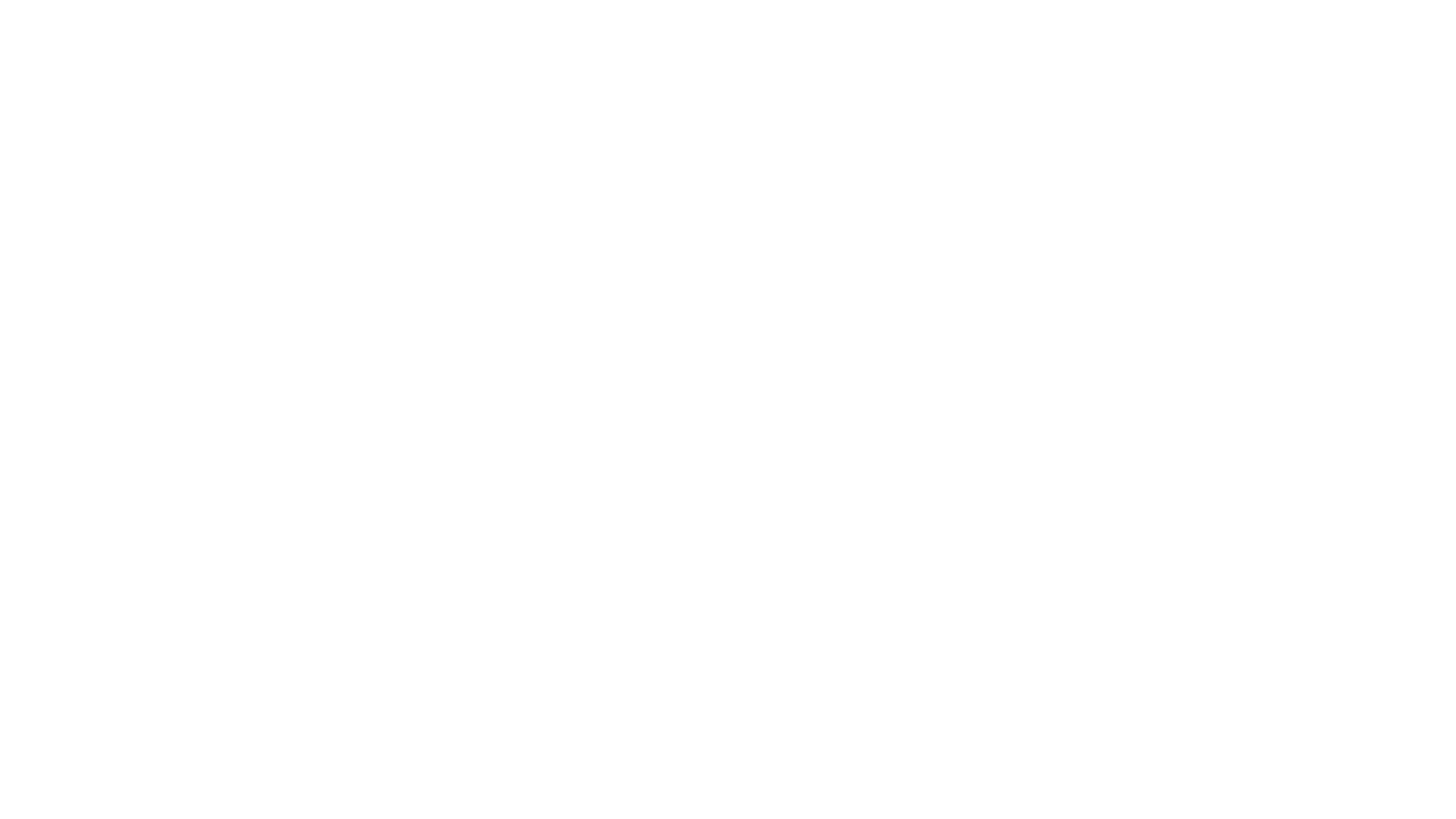 The height and width of the screenshot is (819, 1456). What do you see at coordinates (55, 525) in the screenshot?
I see `Play` at bounding box center [55, 525].